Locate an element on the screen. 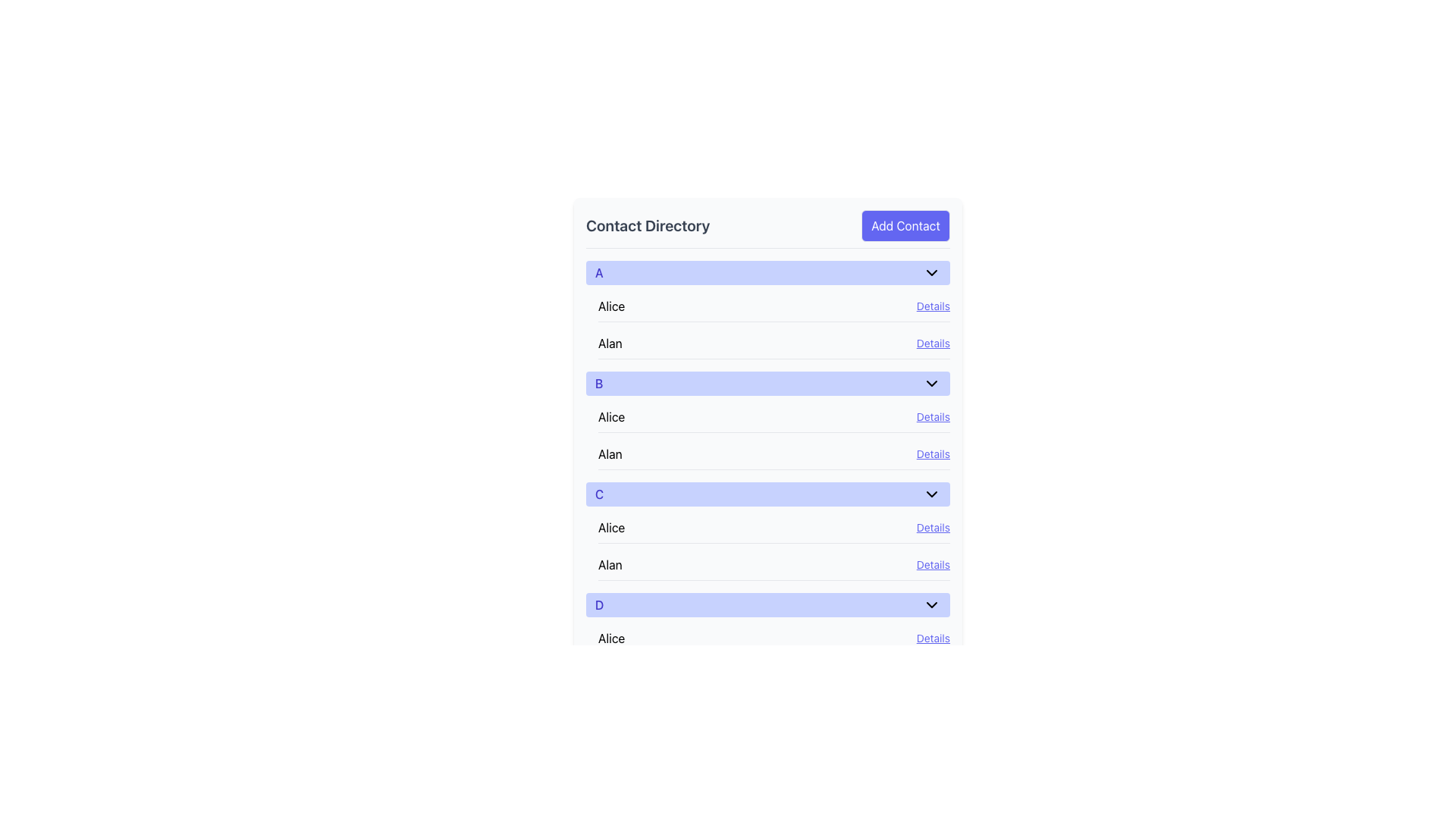 Image resolution: width=1456 pixels, height=819 pixels. the rightmost hyperlink in the 'Alan' entry section of the 'A' category is located at coordinates (932, 343).